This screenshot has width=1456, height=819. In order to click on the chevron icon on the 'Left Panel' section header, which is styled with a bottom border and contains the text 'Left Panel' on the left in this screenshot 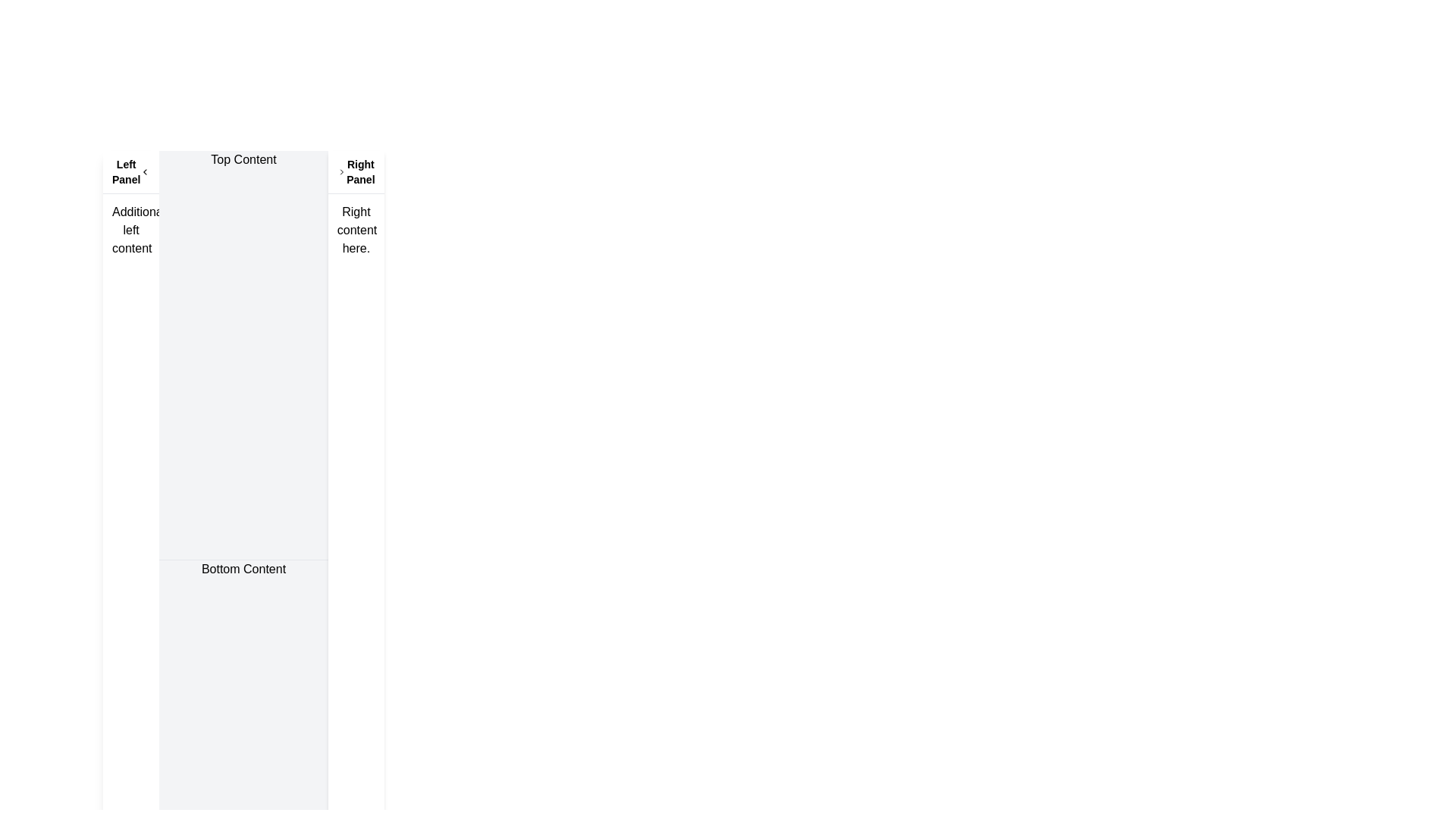, I will do `click(131, 171)`.